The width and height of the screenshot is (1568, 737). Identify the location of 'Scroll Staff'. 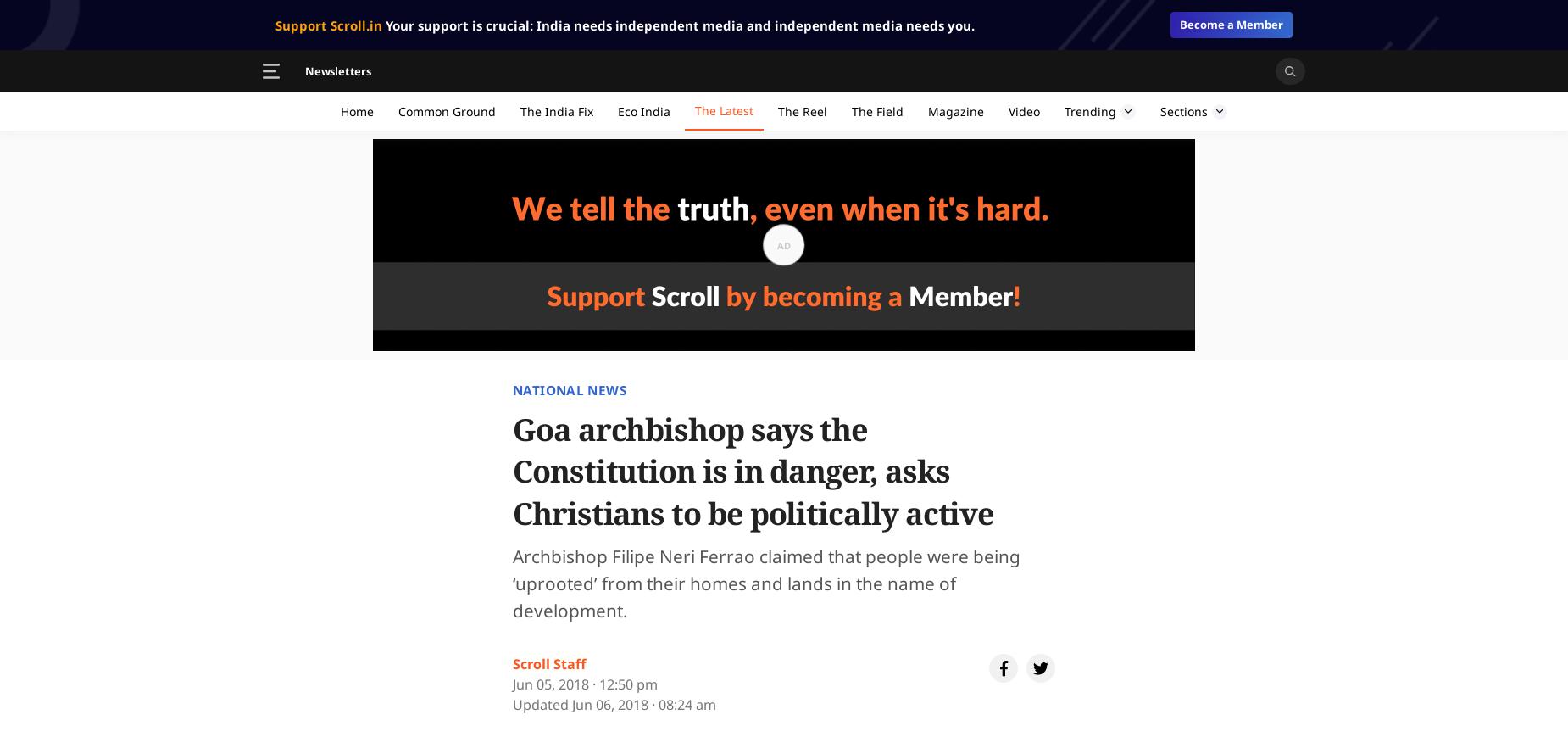
(549, 663).